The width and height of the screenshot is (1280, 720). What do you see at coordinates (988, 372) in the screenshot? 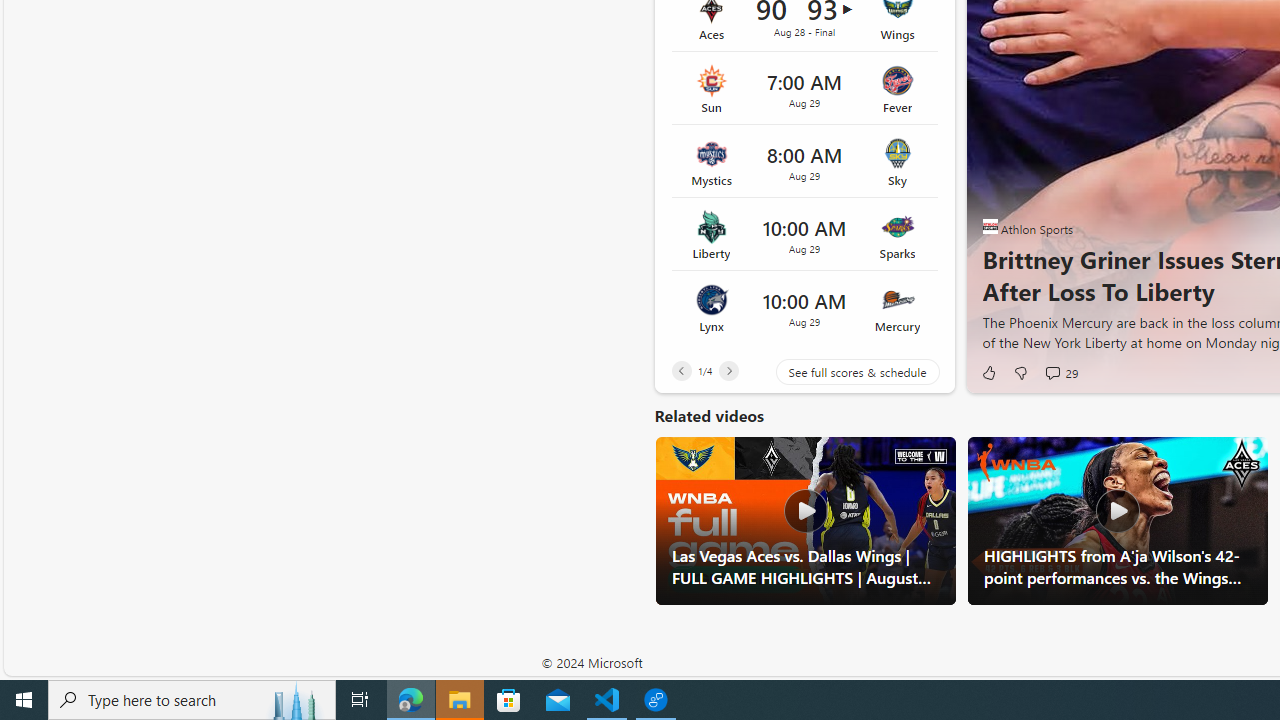
I see `'Like'` at bounding box center [988, 372].